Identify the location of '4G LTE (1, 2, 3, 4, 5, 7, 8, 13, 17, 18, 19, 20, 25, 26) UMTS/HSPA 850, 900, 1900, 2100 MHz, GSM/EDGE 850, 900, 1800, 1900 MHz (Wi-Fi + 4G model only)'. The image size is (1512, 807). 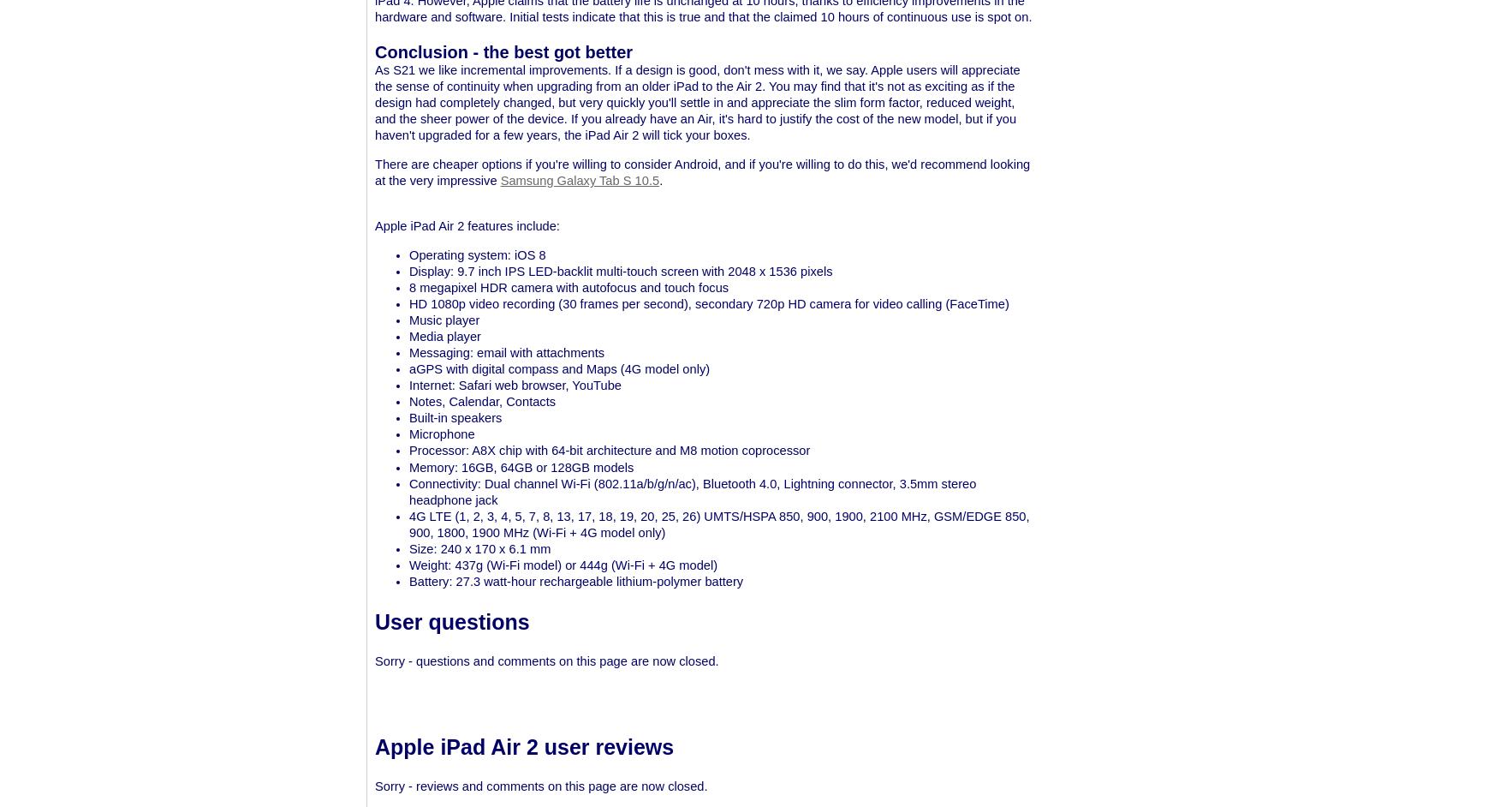
(719, 523).